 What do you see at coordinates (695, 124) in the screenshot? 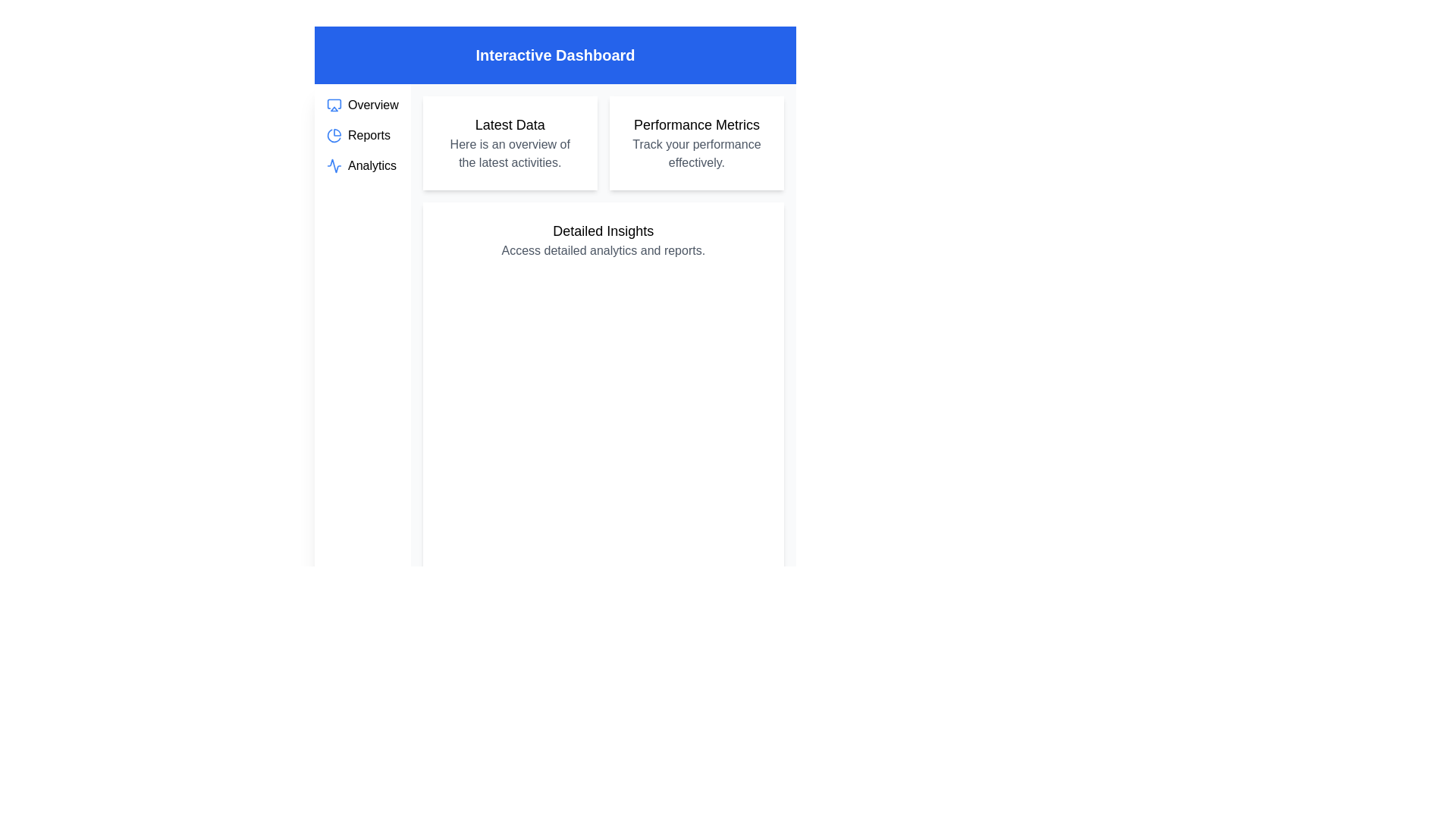
I see `the 'Performance Metrics' text header, which is styled with a bold and larger font size, located at the top of the second card on the rightmost side of the layout` at bounding box center [695, 124].